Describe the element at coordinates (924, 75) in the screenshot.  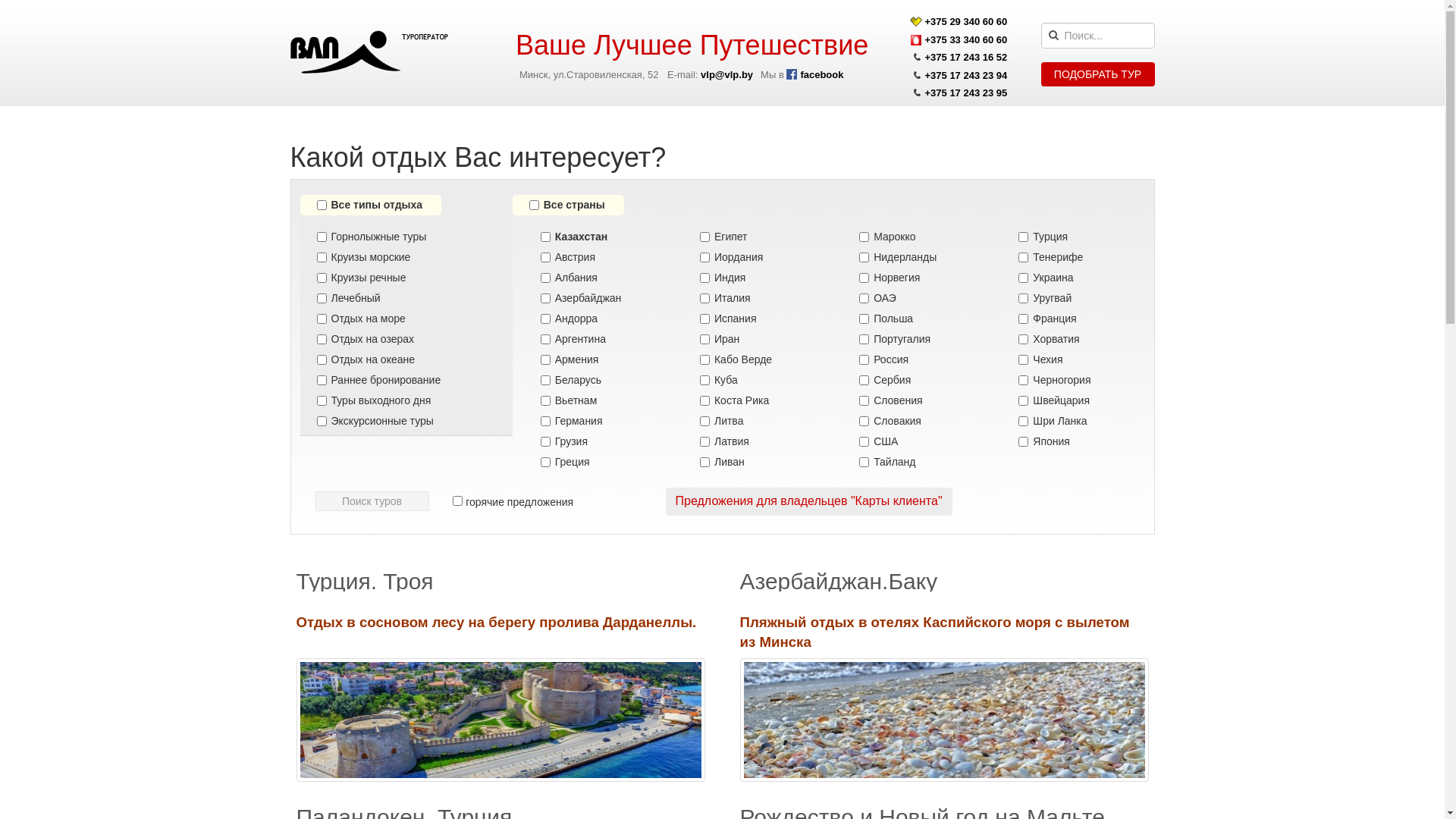
I see `'+375 17 243 23 94'` at that location.